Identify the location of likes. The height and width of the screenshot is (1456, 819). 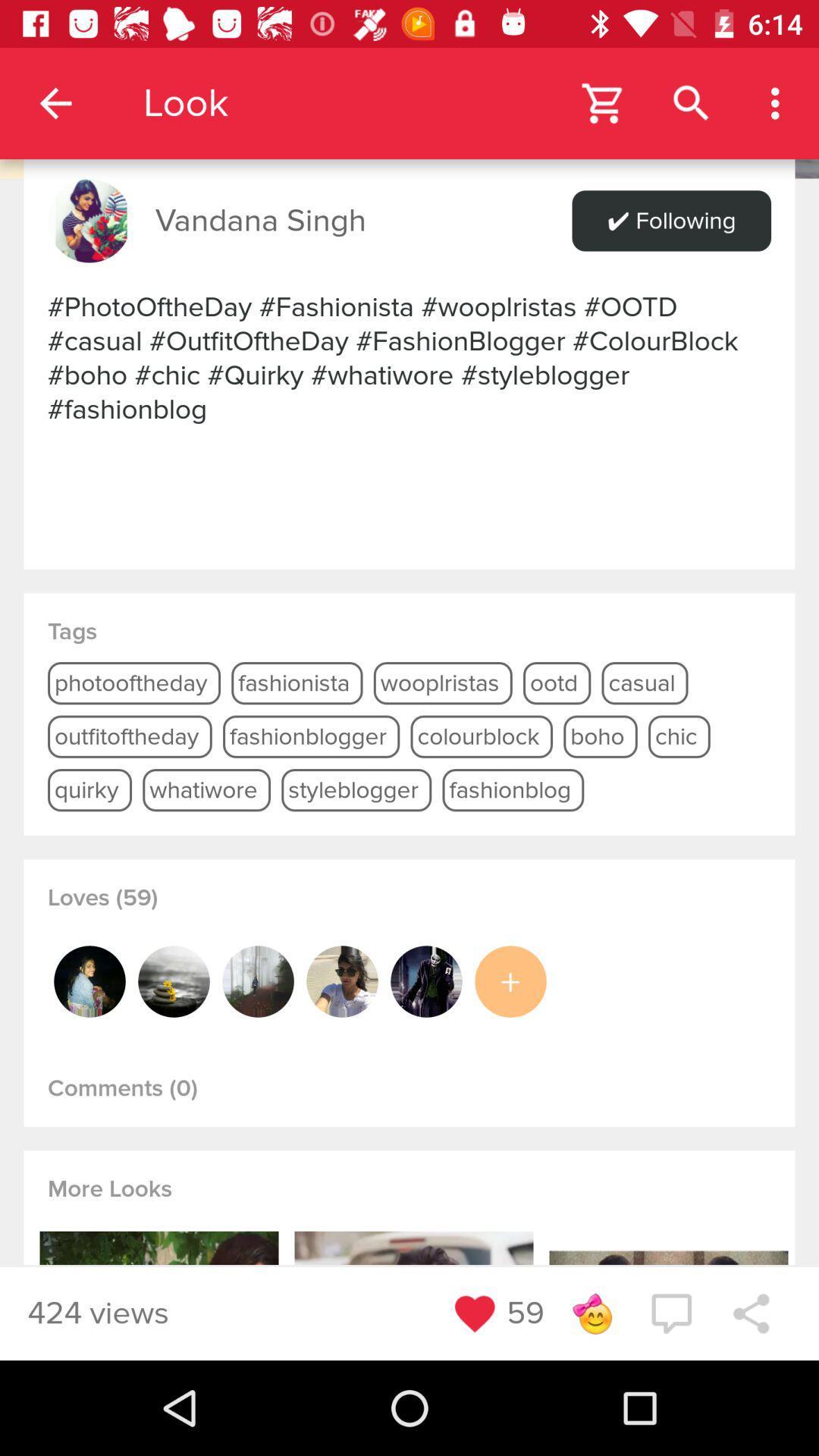
(510, 981).